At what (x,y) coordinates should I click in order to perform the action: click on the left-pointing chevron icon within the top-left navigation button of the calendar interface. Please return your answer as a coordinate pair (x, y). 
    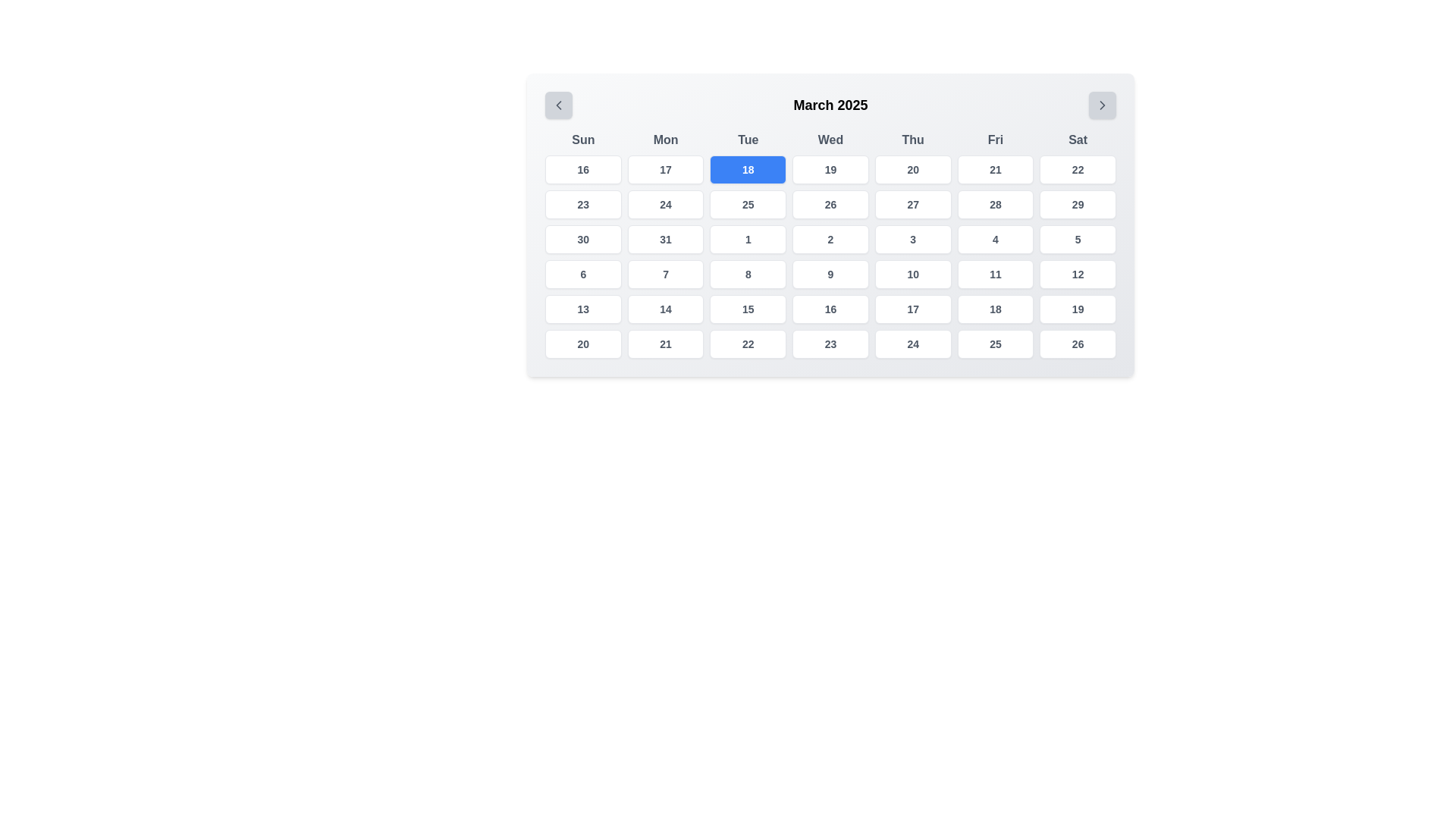
    Looking at the image, I should click on (558, 104).